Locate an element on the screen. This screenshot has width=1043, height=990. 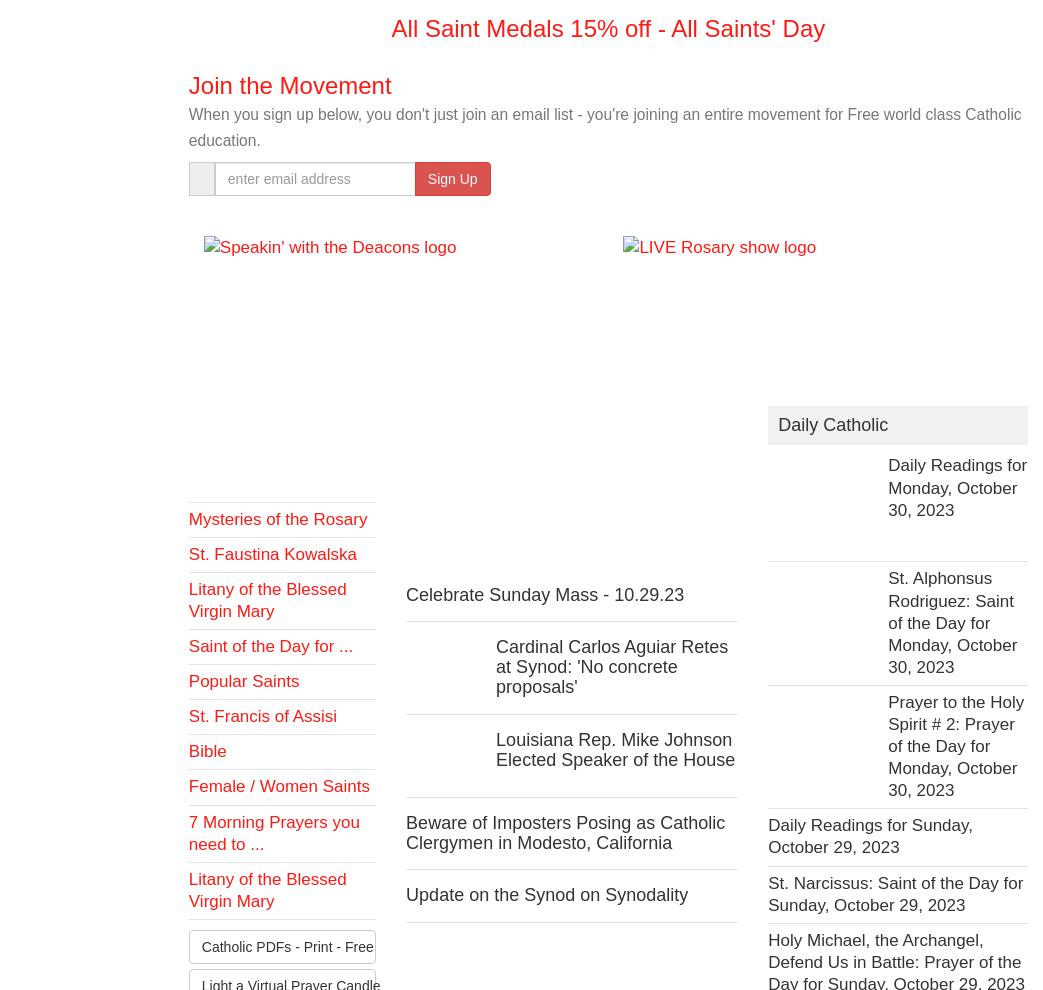
'Bible' is located at coordinates (186, 751).